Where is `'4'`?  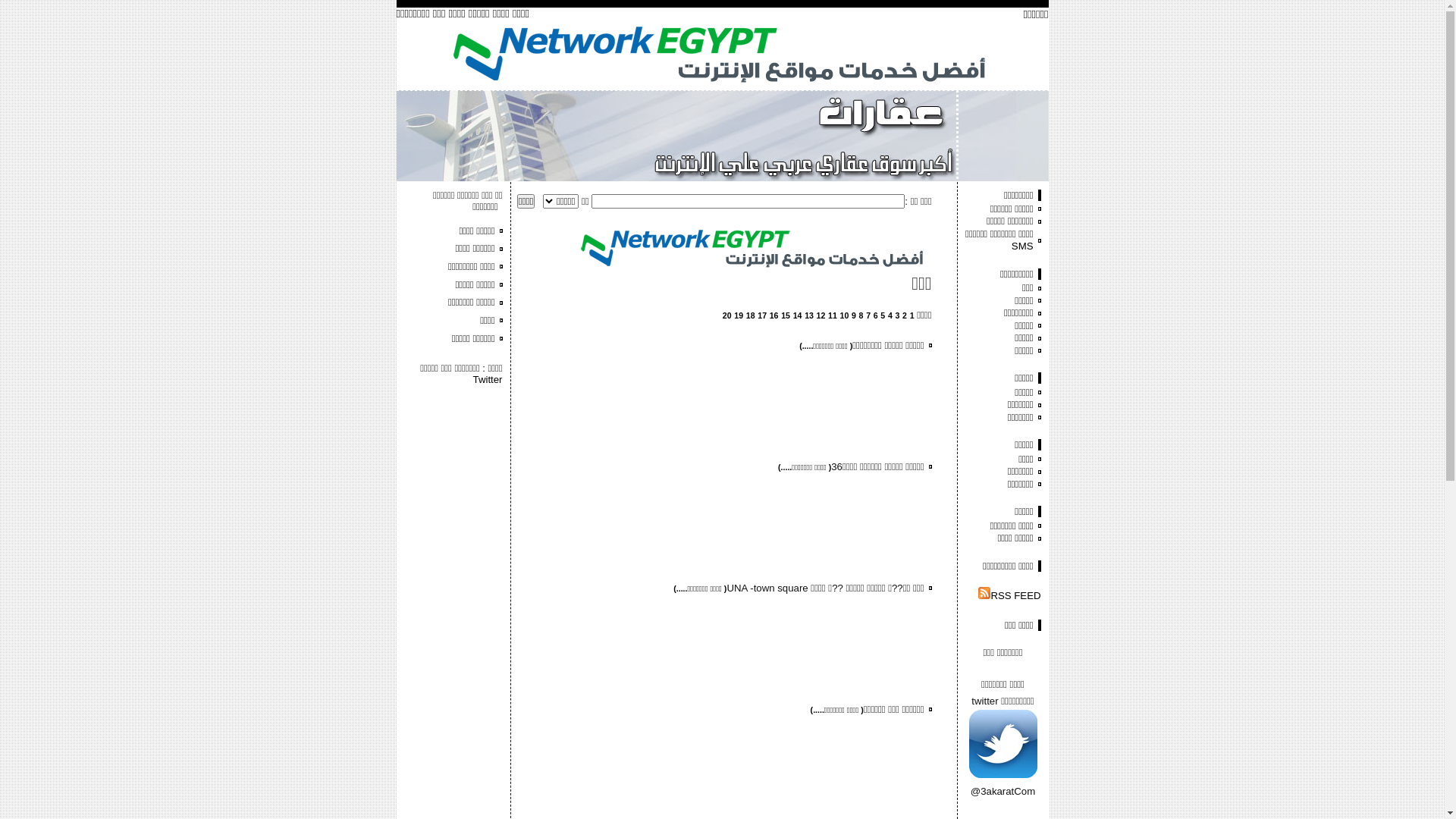
'4' is located at coordinates (890, 315).